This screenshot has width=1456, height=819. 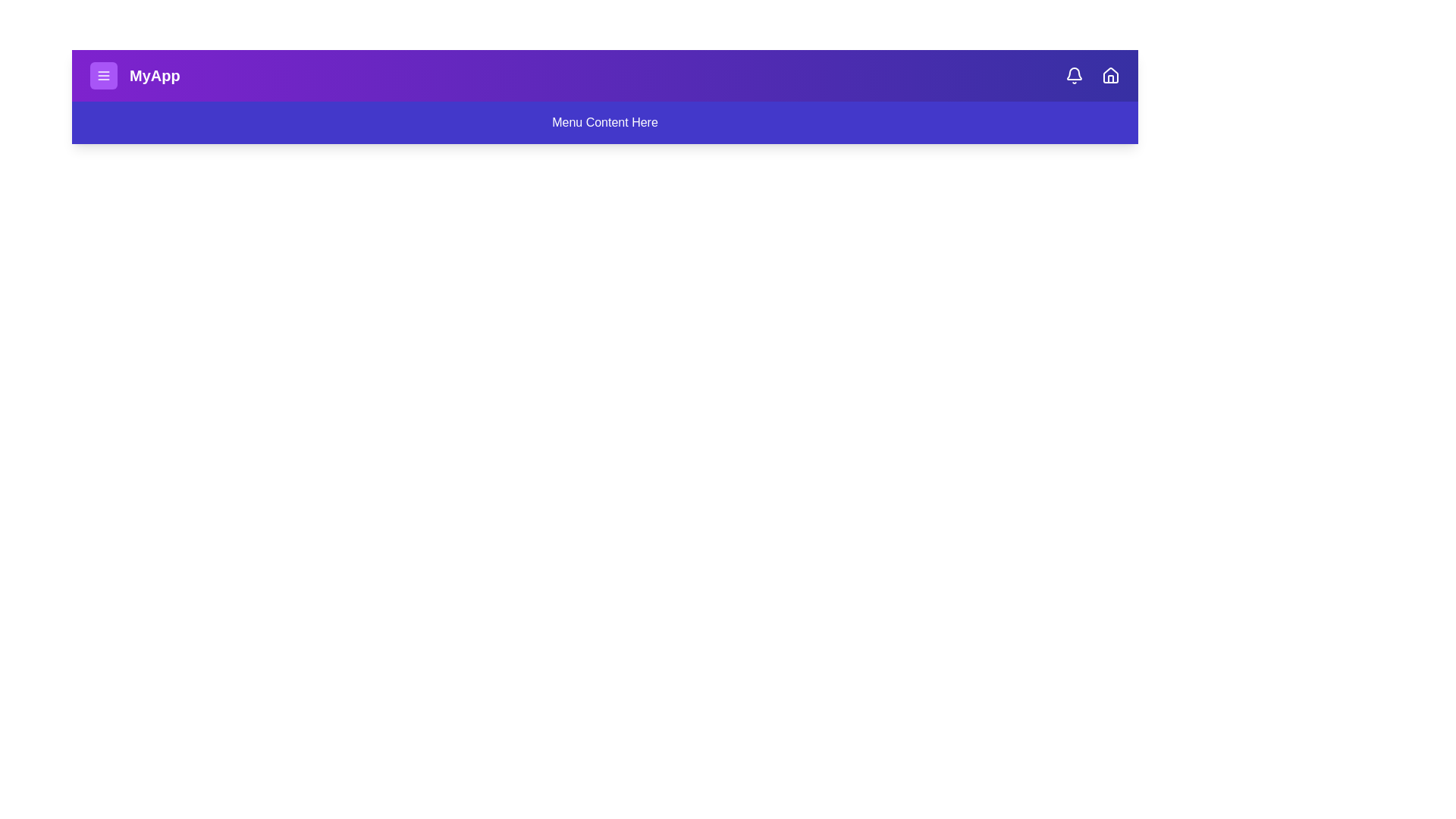 What do you see at coordinates (1110, 76) in the screenshot?
I see `the home icon to navigate to the homepage` at bounding box center [1110, 76].